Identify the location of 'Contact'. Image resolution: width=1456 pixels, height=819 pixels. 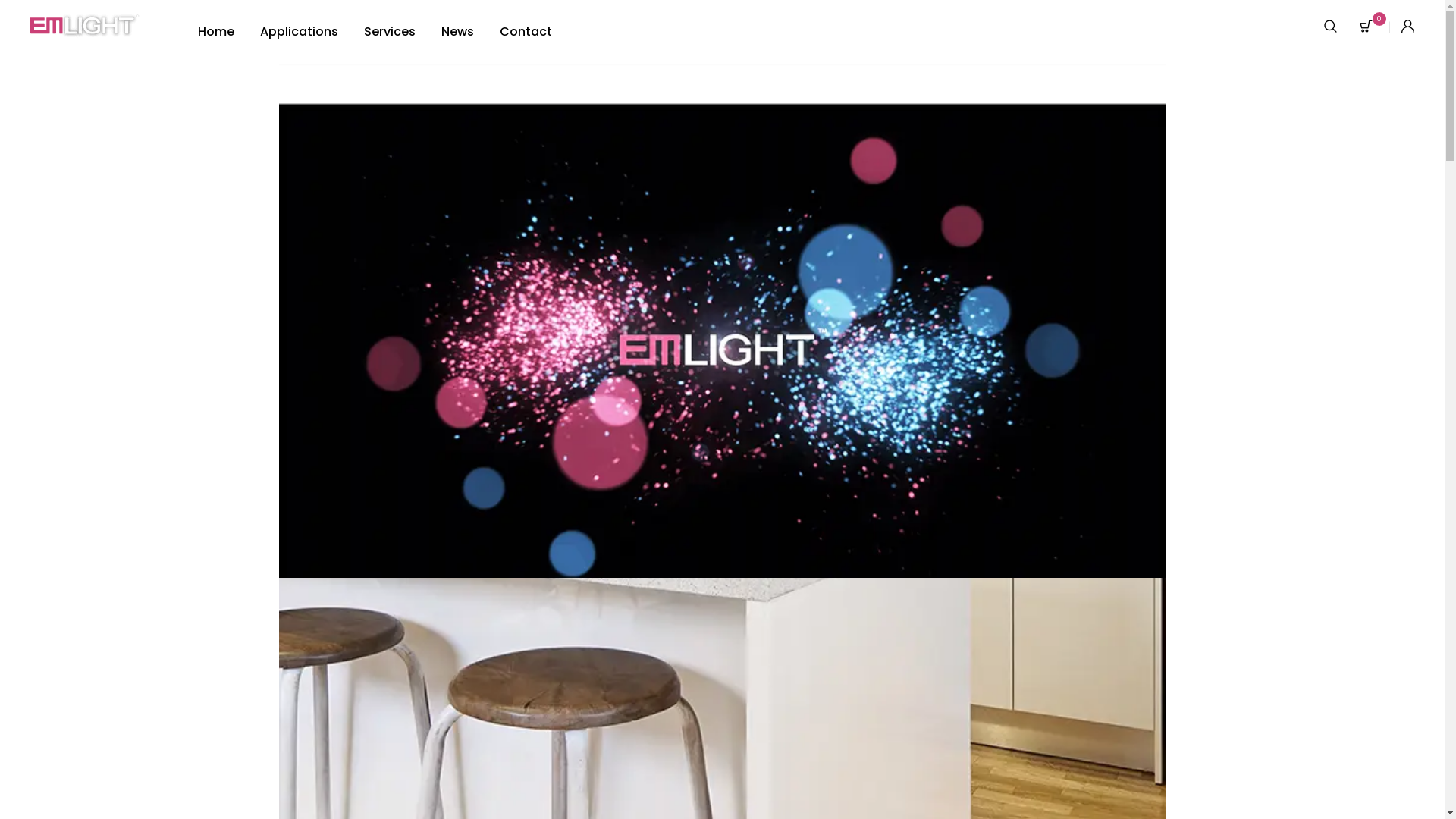
(526, 32).